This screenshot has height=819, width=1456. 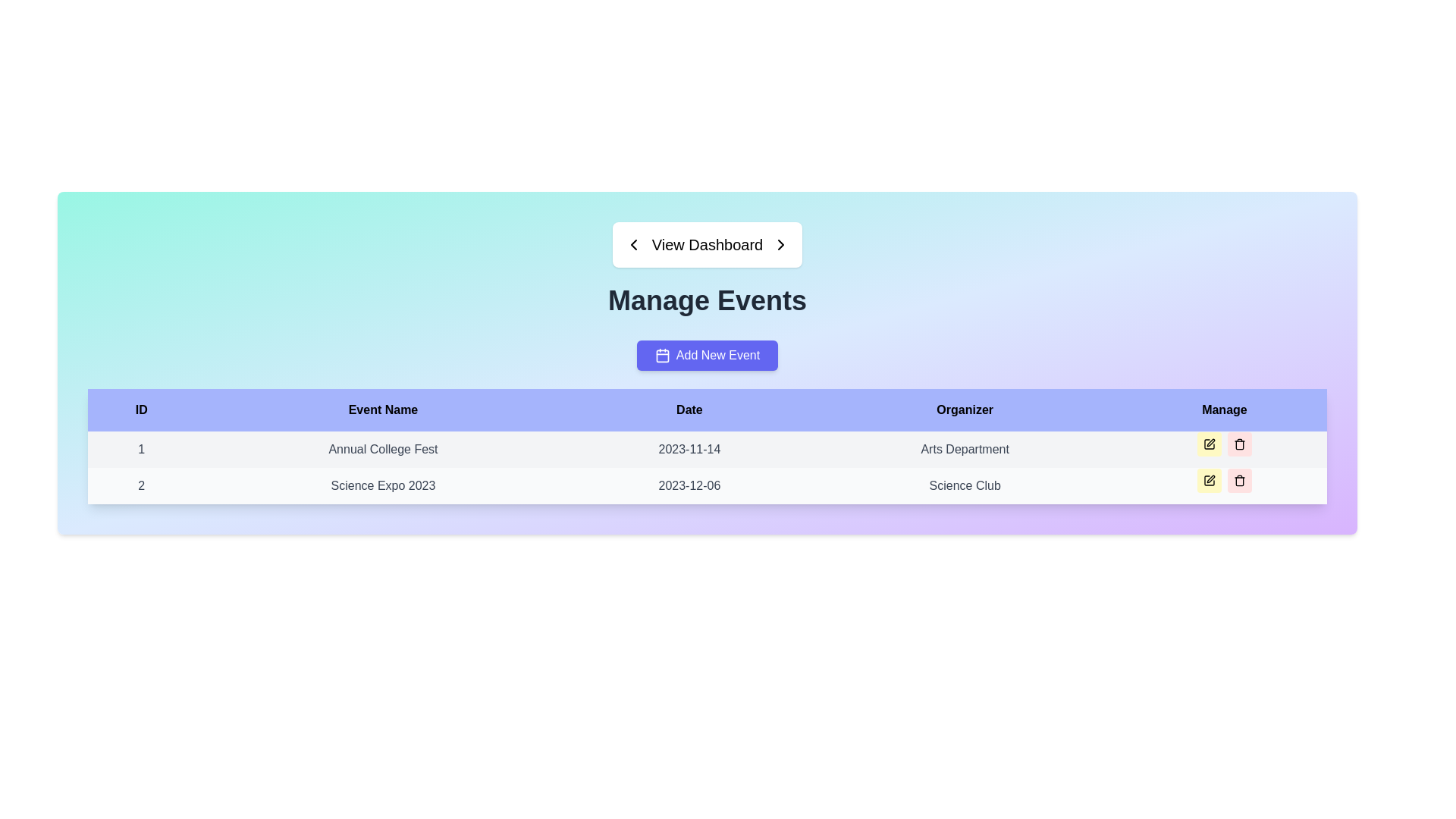 What do you see at coordinates (1208, 444) in the screenshot?
I see `the 'Edit' icon button located in the 'Manage' column of the table under the row for the event 'Annual College Fest' to modify the details of this row` at bounding box center [1208, 444].